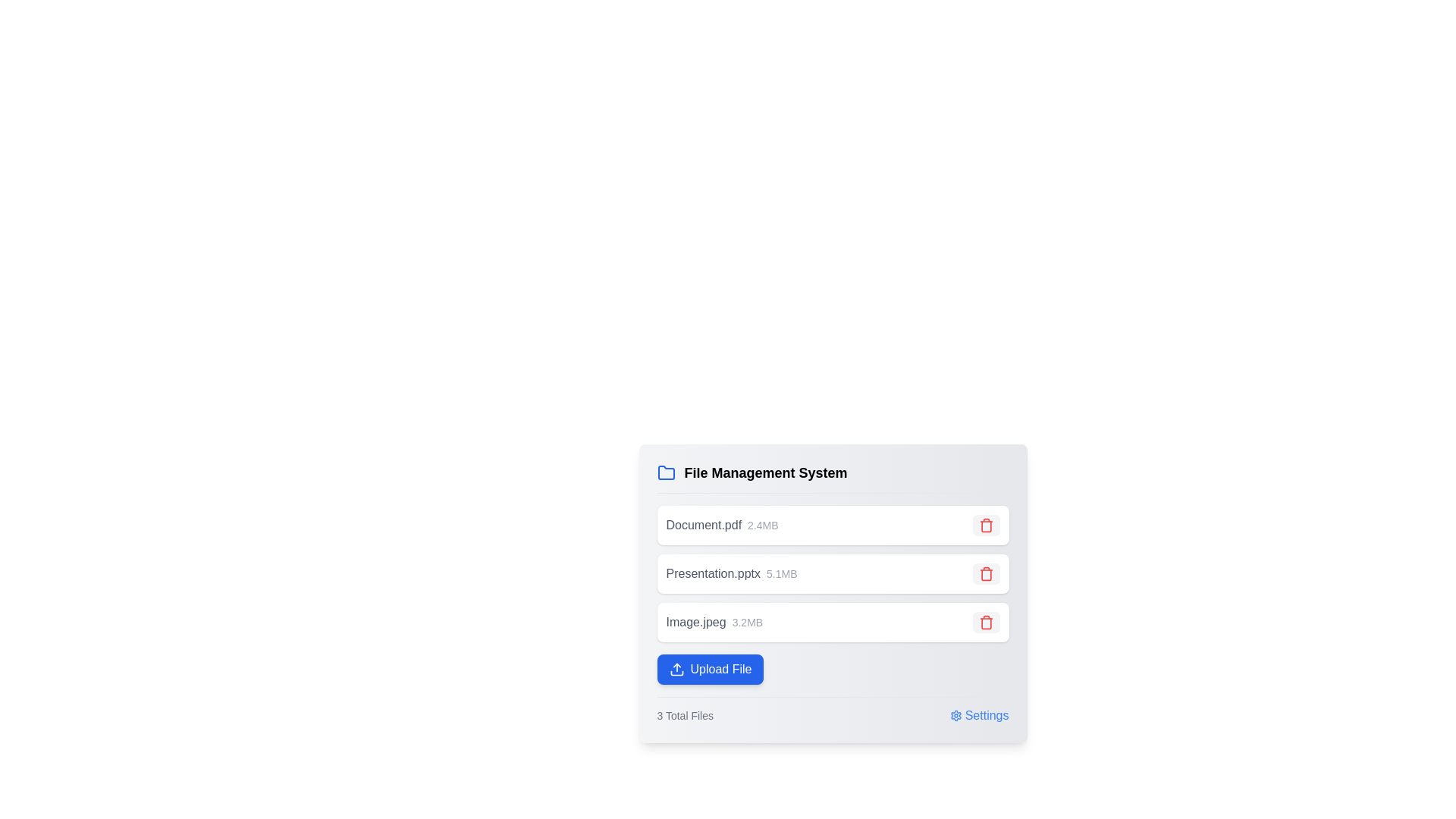 This screenshot has height=819, width=1456. I want to click on the third file entry card, so click(832, 623).